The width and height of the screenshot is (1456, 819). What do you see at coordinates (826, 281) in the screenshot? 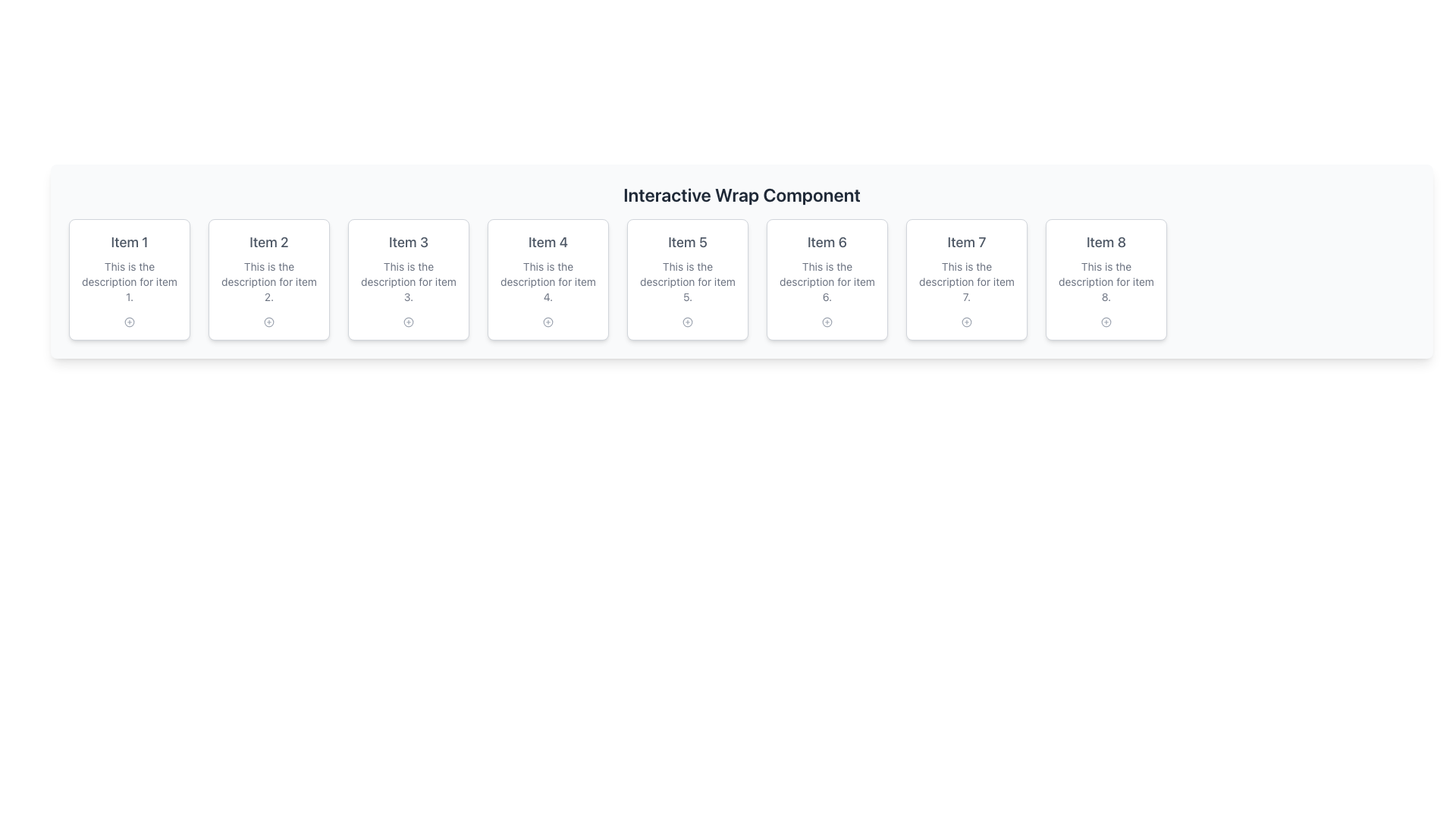
I see `text block that contains the description for item 6, which is styled in a smaller gray font and located centrally below the header 'Item 6' within the card layout` at bounding box center [826, 281].